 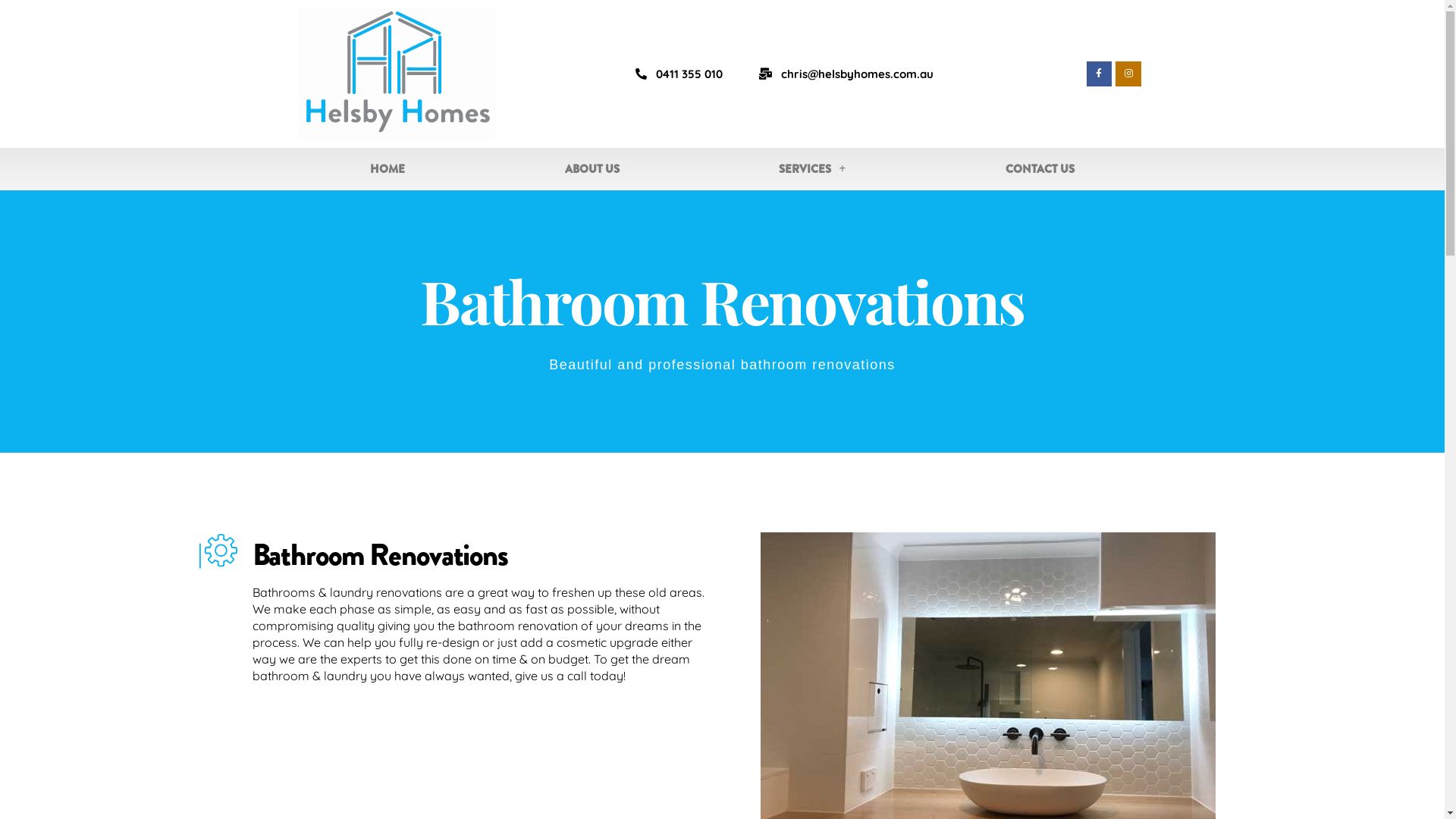 I want to click on 'HOME', so click(x=387, y=169).